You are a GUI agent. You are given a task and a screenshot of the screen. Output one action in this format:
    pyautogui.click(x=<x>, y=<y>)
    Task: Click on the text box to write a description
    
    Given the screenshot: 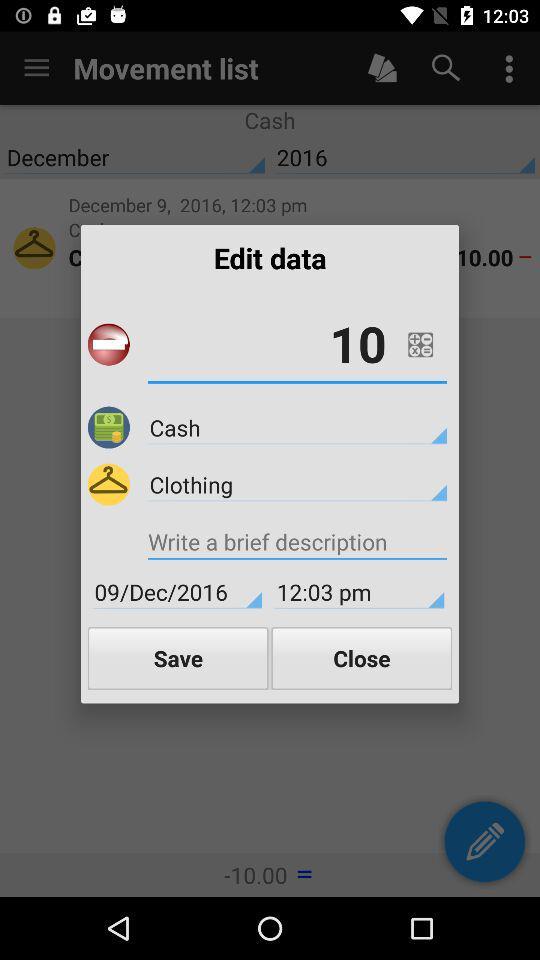 What is the action you would take?
    pyautogui.click(x=296, y=544)
    